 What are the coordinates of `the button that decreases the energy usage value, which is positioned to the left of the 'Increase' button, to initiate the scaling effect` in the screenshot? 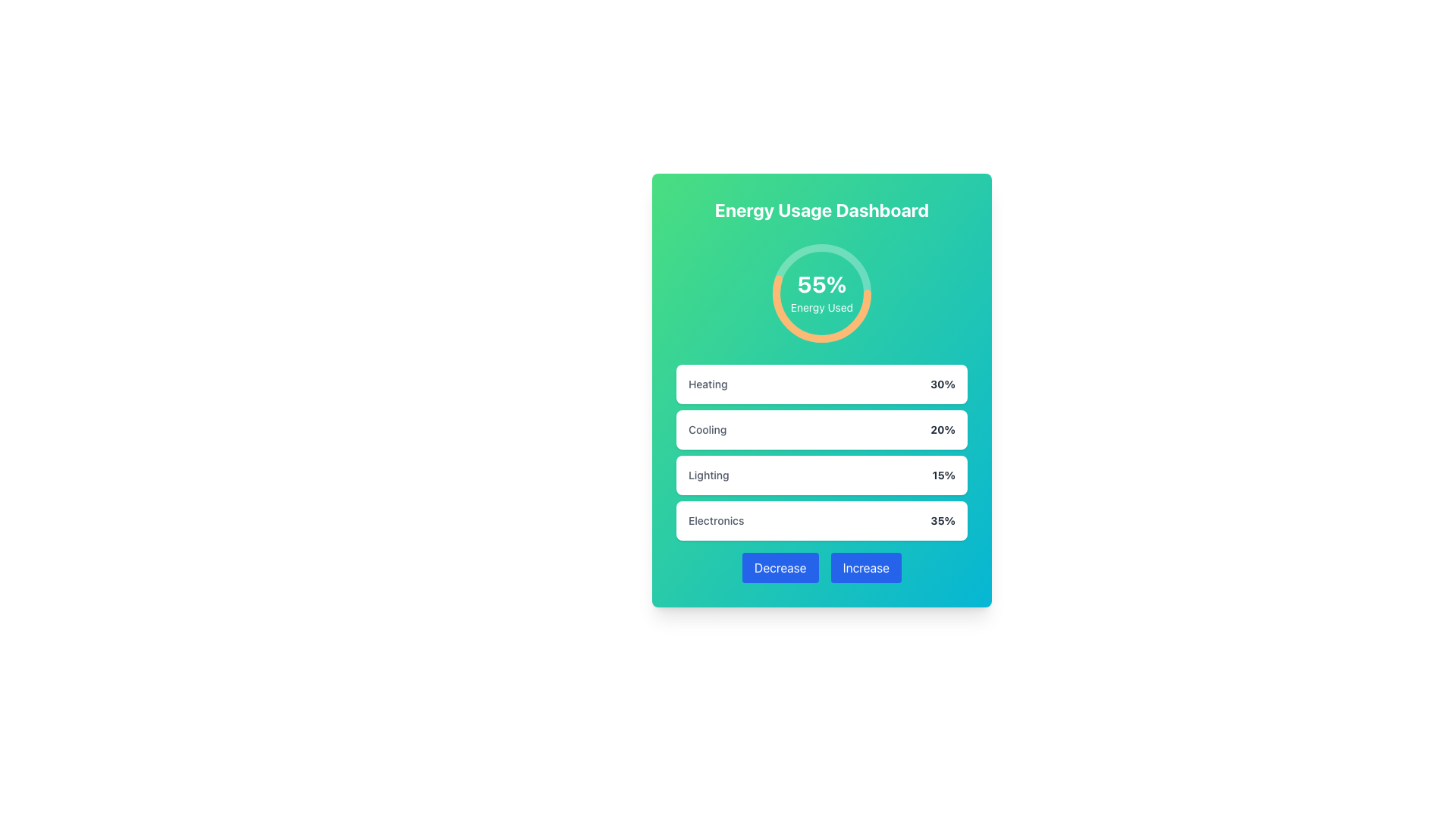 It's located at (780, 567).